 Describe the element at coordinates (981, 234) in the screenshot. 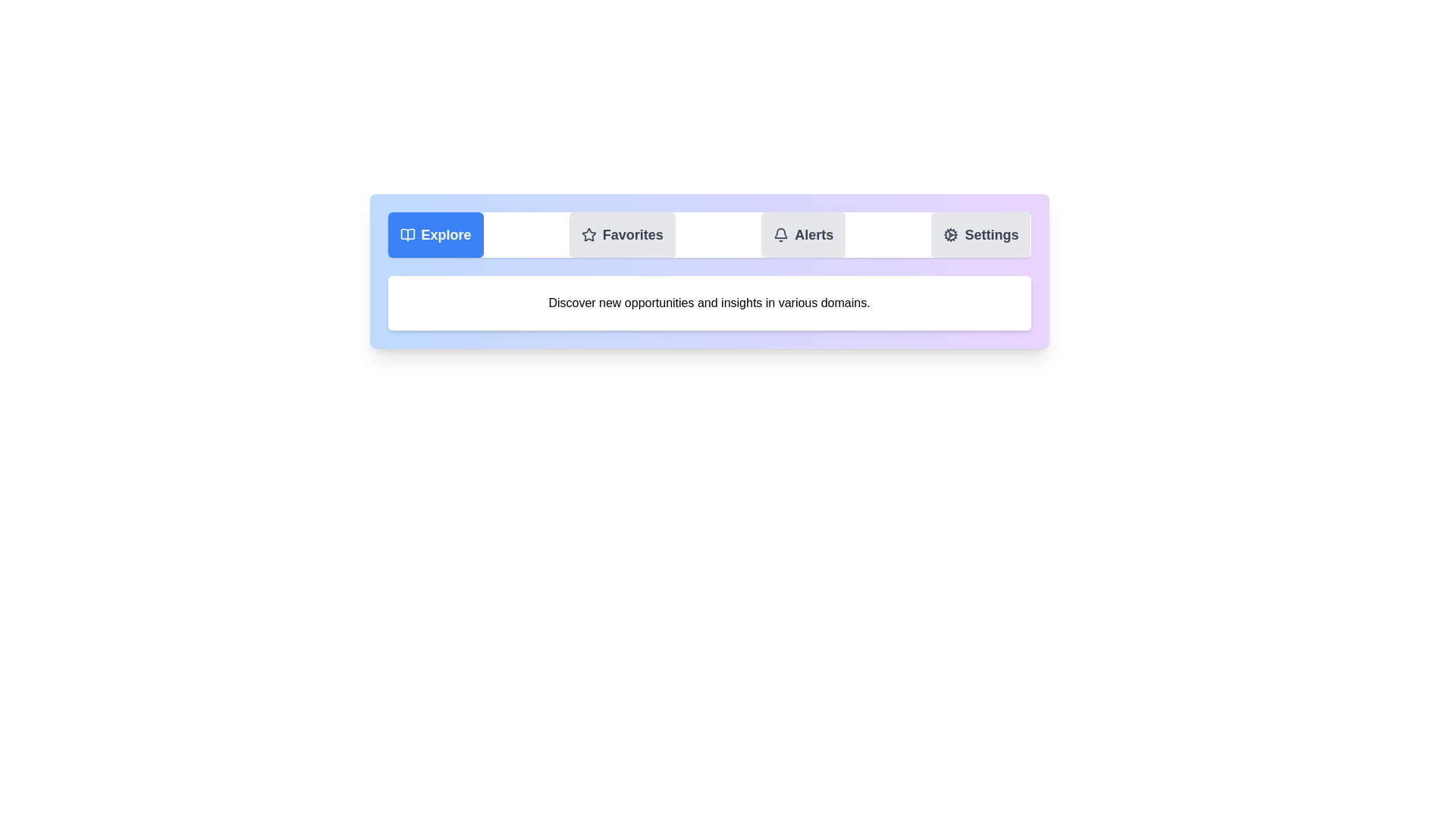

I see `the tab labeled Settings` at that location.